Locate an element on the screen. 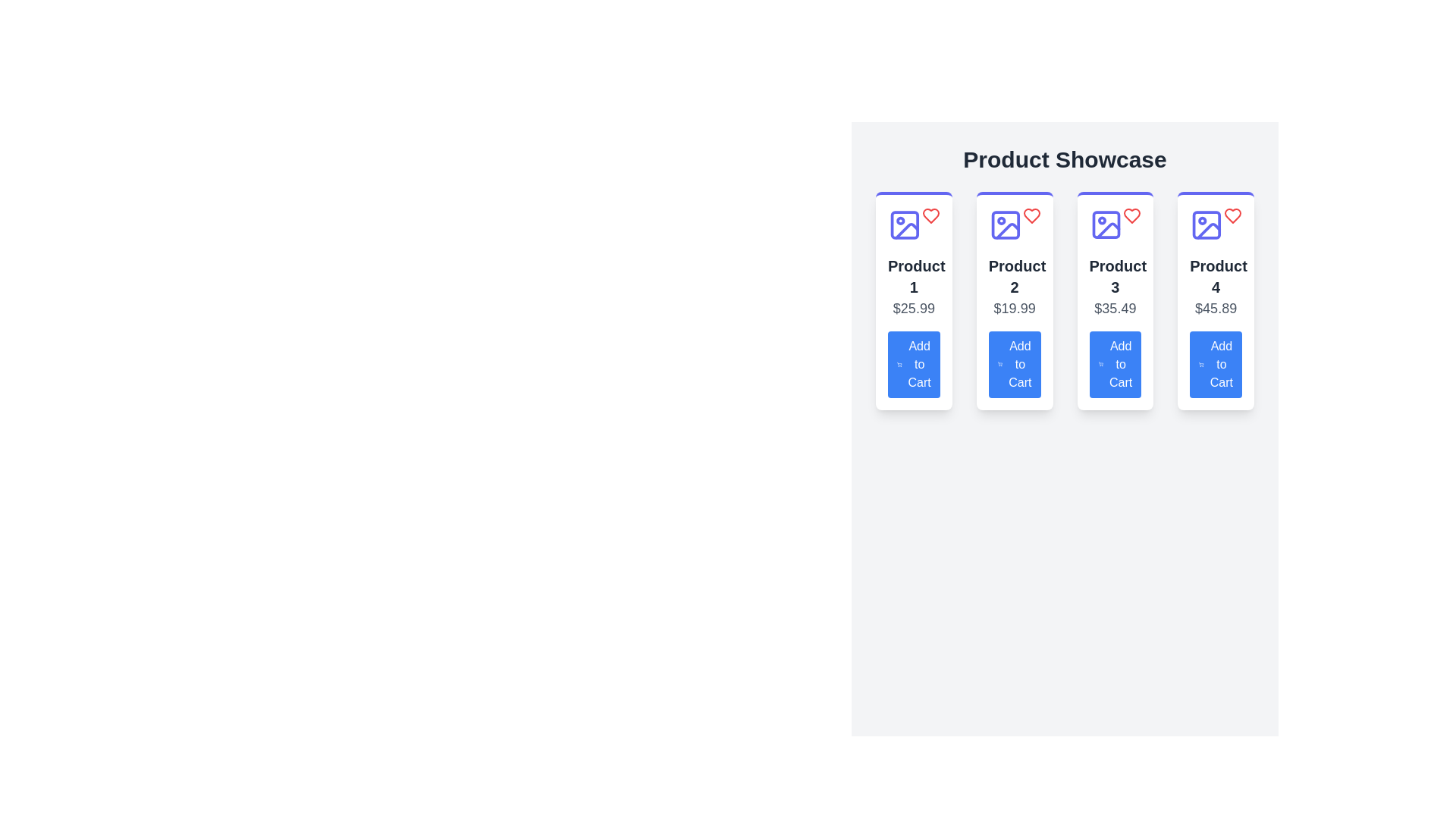  the text label that serves as the product's title, located in the first product card from the left, positioned between the image placeholder and the price label is located at coordinates (913, 277).